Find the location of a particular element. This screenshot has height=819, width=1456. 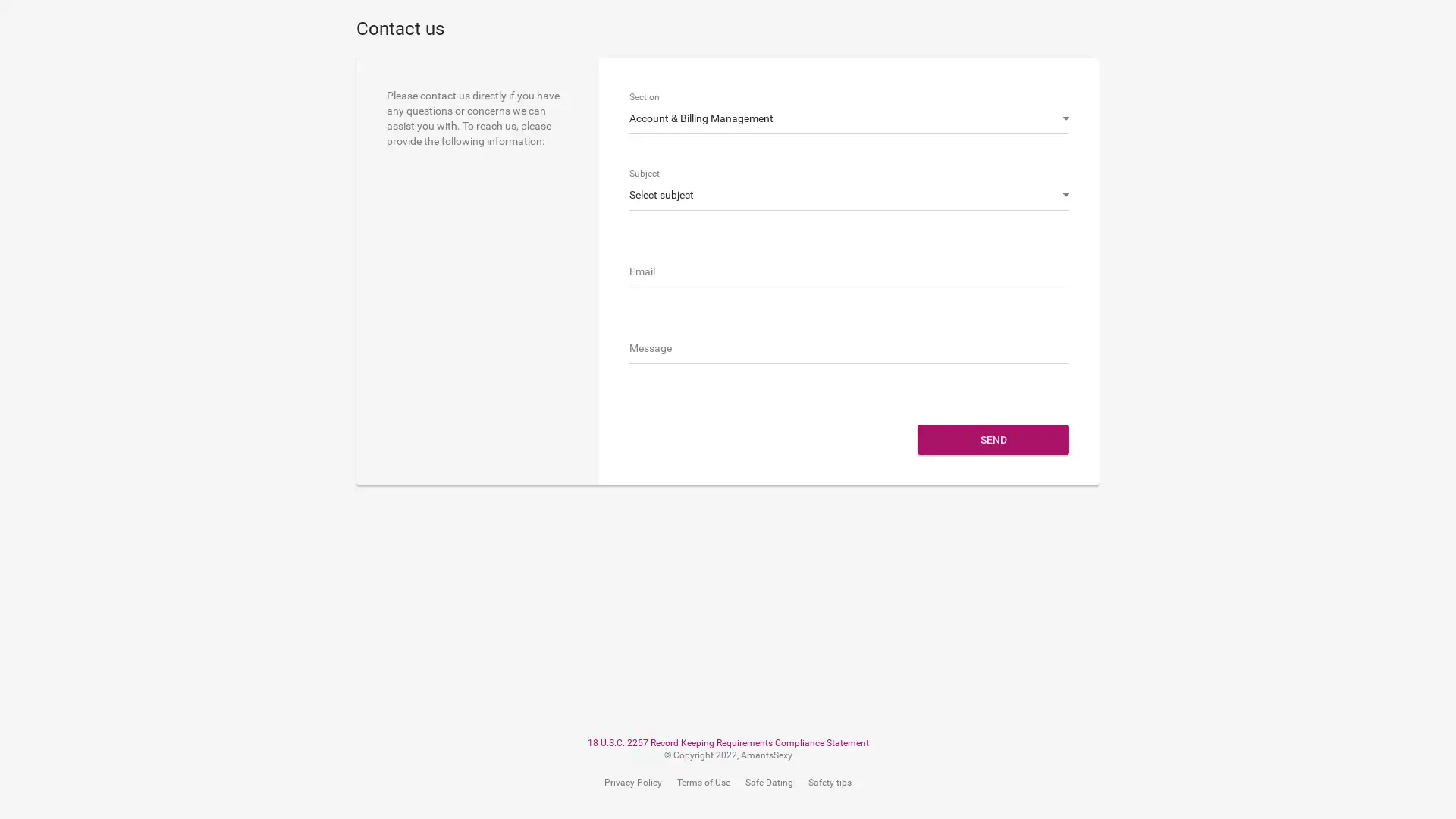

Select subject Select subject is located at coordinates (848, 194).